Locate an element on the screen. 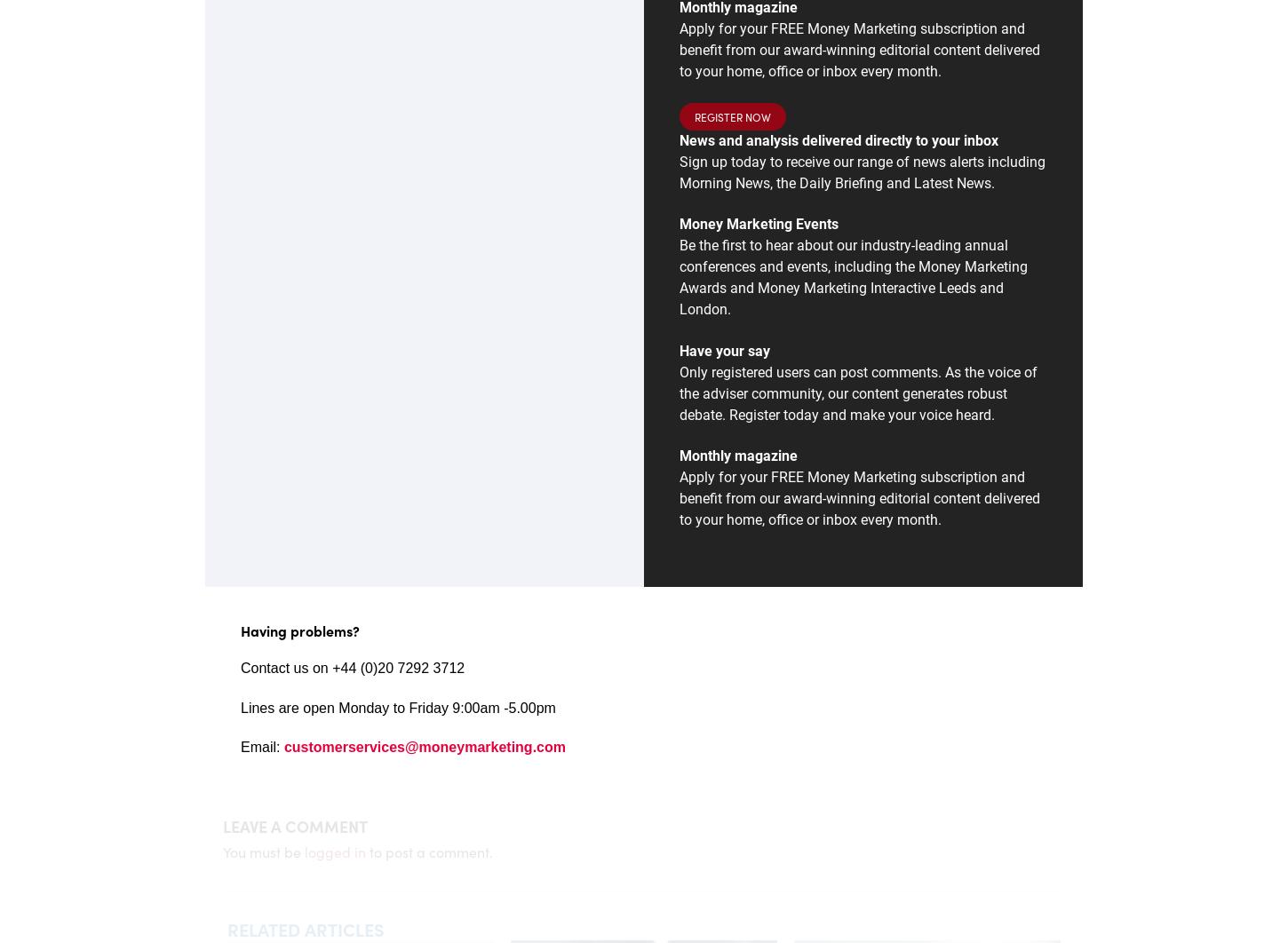 This screenshot has height=943, width=1288. 'Register now' is located at coordinates (732, 115).